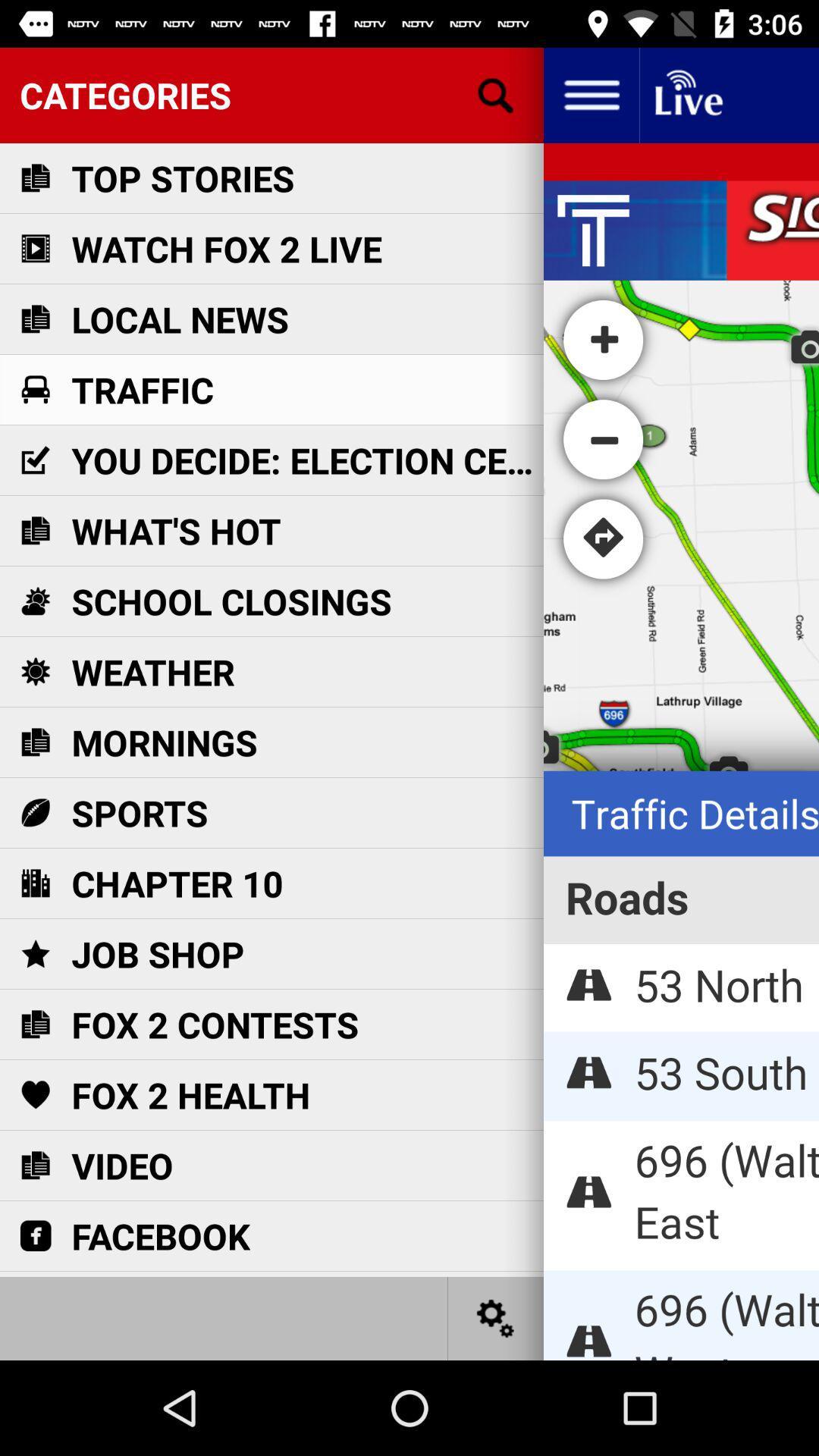 The height and width of the screenshot is (1456, 819). I want to click on open settings, so click(496, 1317).